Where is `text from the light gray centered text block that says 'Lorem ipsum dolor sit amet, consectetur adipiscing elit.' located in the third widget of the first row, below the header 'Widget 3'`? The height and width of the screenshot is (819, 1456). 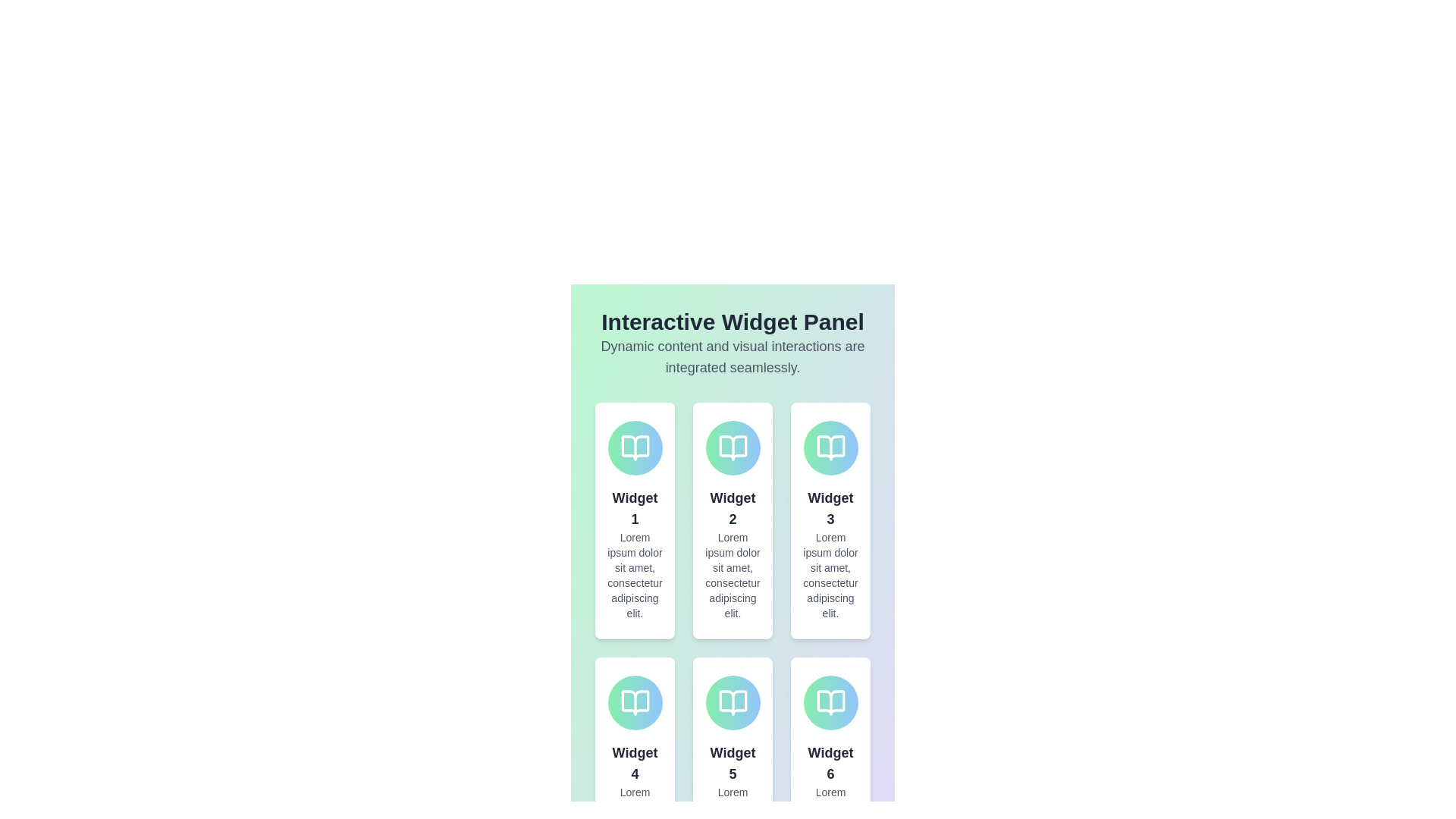
text from the light gray centered text block that says 'Lorem ipsum dolor sit amet, consectetur adipiscing elit.' located in the third widget of the first row, below the header 'Widget 3' is located at coordinates (830, 576).